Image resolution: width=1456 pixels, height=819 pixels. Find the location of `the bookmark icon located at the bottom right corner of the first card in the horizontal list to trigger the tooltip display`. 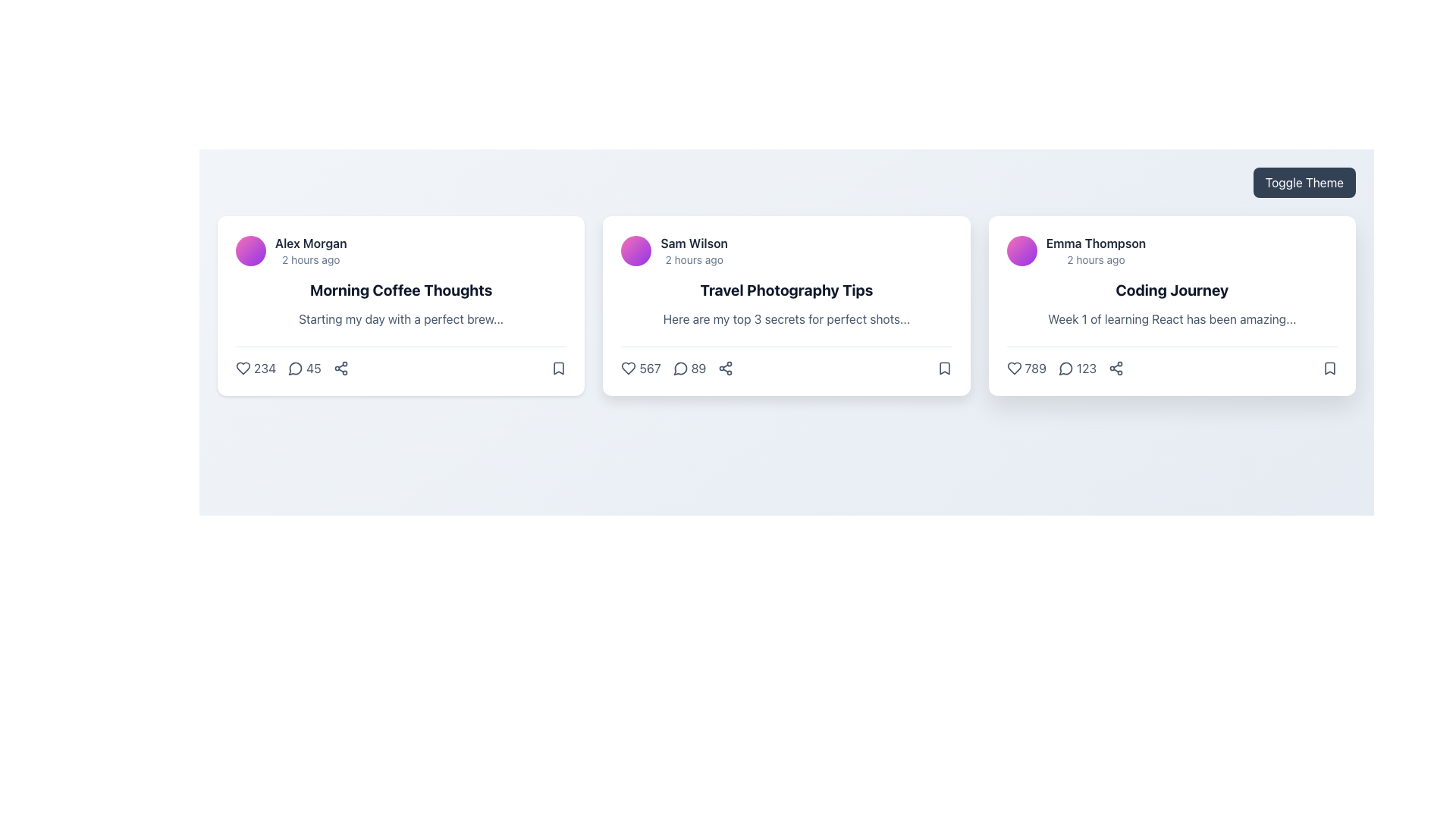

the bookmark icon located at the bottom right corner of the first card in the horizontal list to trigger the tooltip display is located at coordinates (558, 369).